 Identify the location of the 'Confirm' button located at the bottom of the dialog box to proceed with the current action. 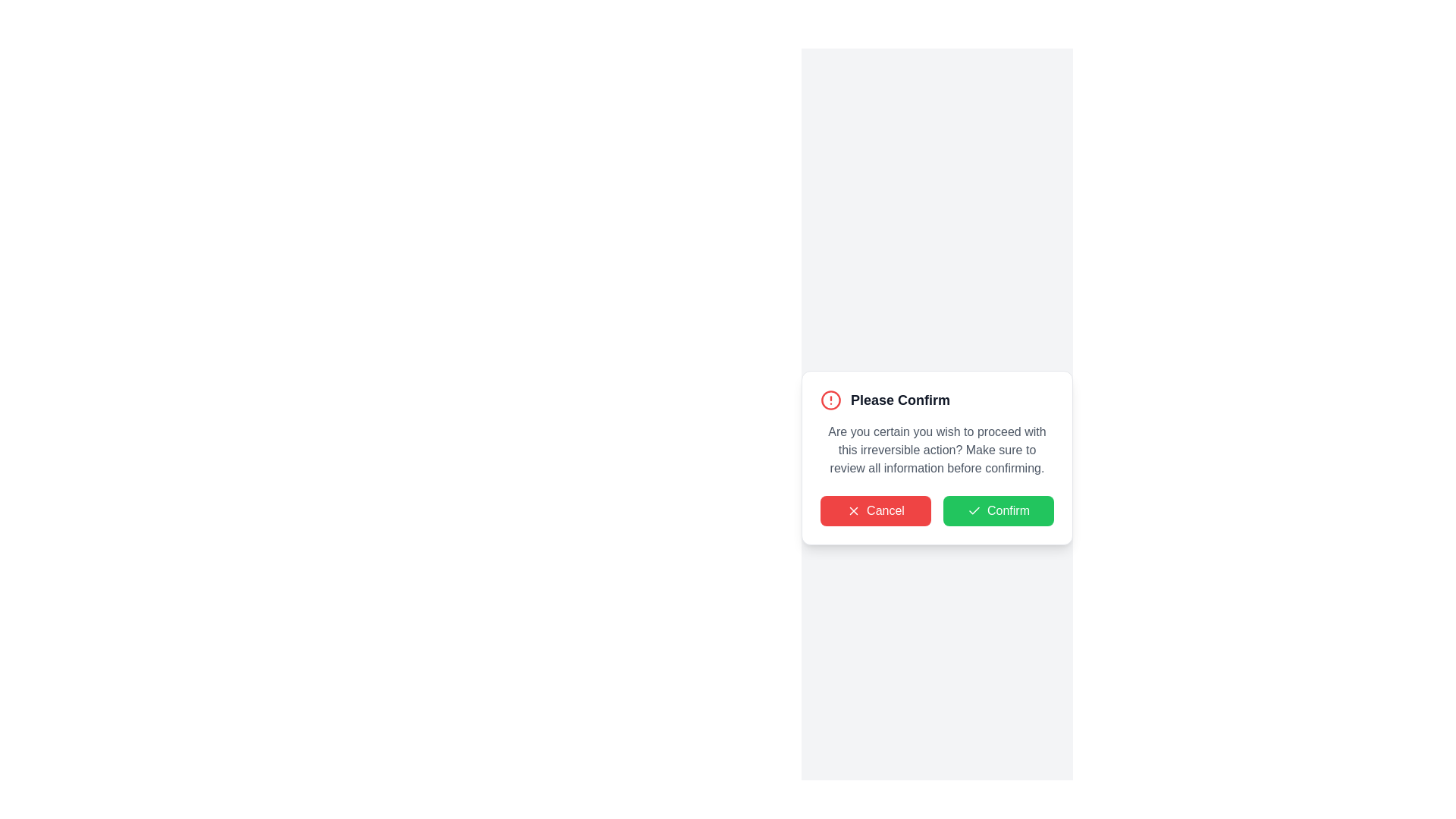
(937, 511).